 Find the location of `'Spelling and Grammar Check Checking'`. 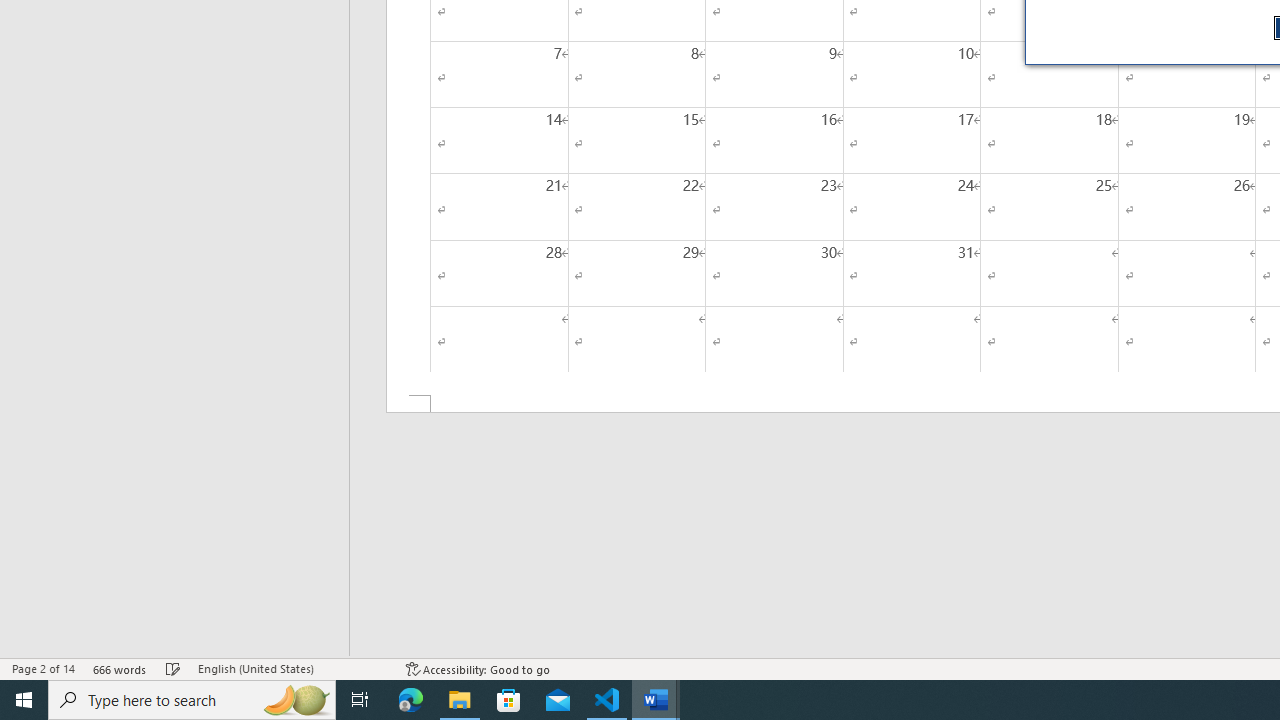

'Spelling and Grammar Check Checking' is located at coordinates (173, 669).